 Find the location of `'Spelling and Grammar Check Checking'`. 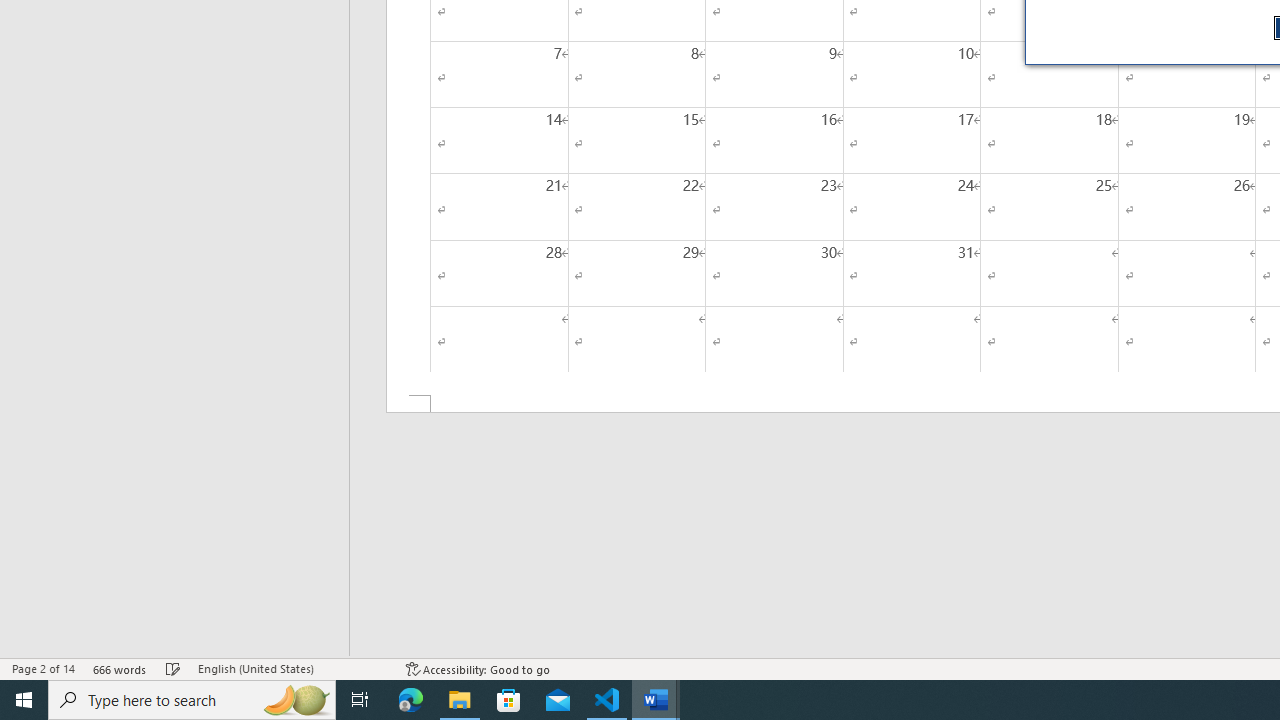

'Spelling and Grammar Check Checking' is located at coordinates (173, 669).